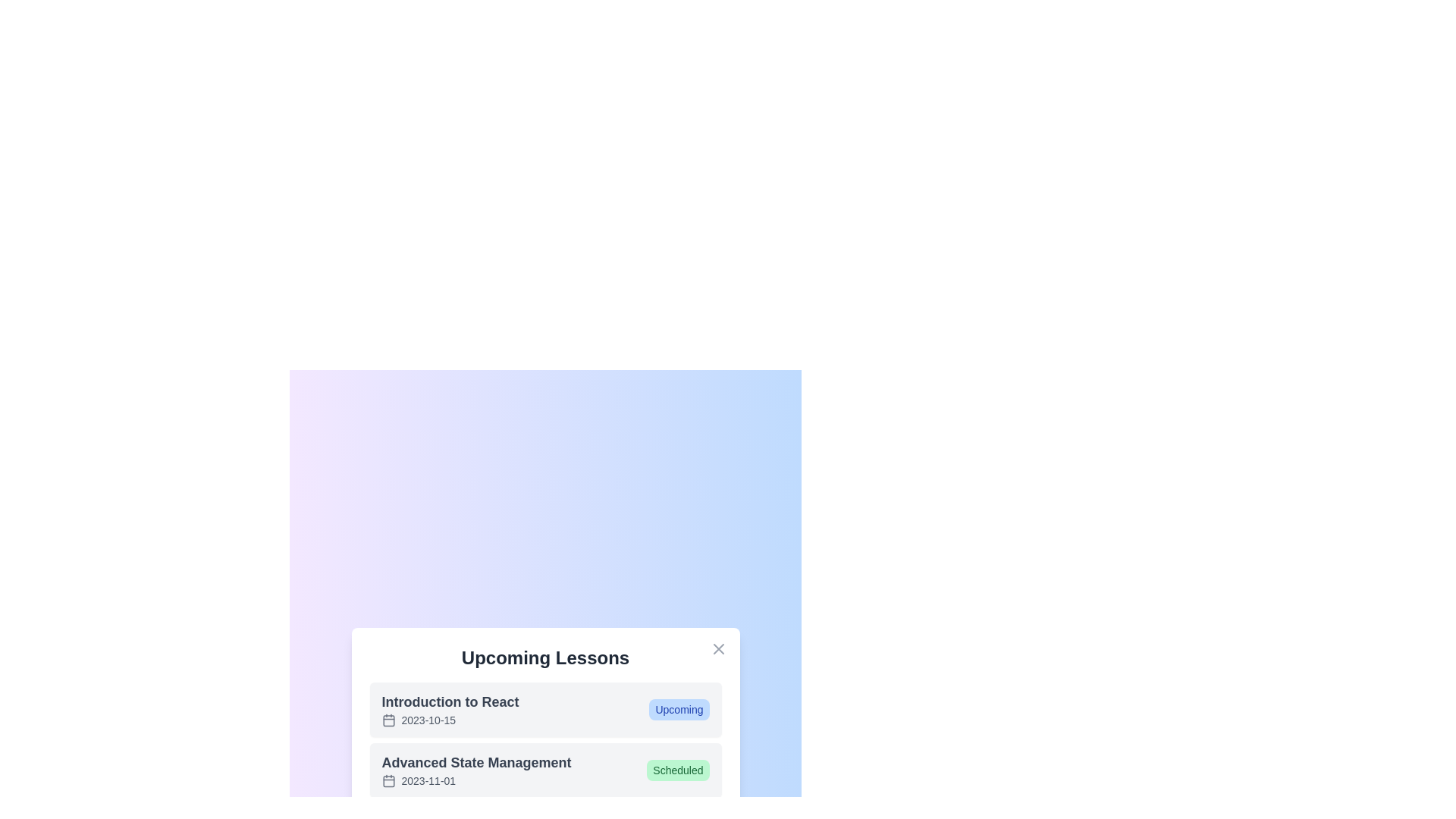  I want to click on the close button to close the dialog, so click(717, 648).